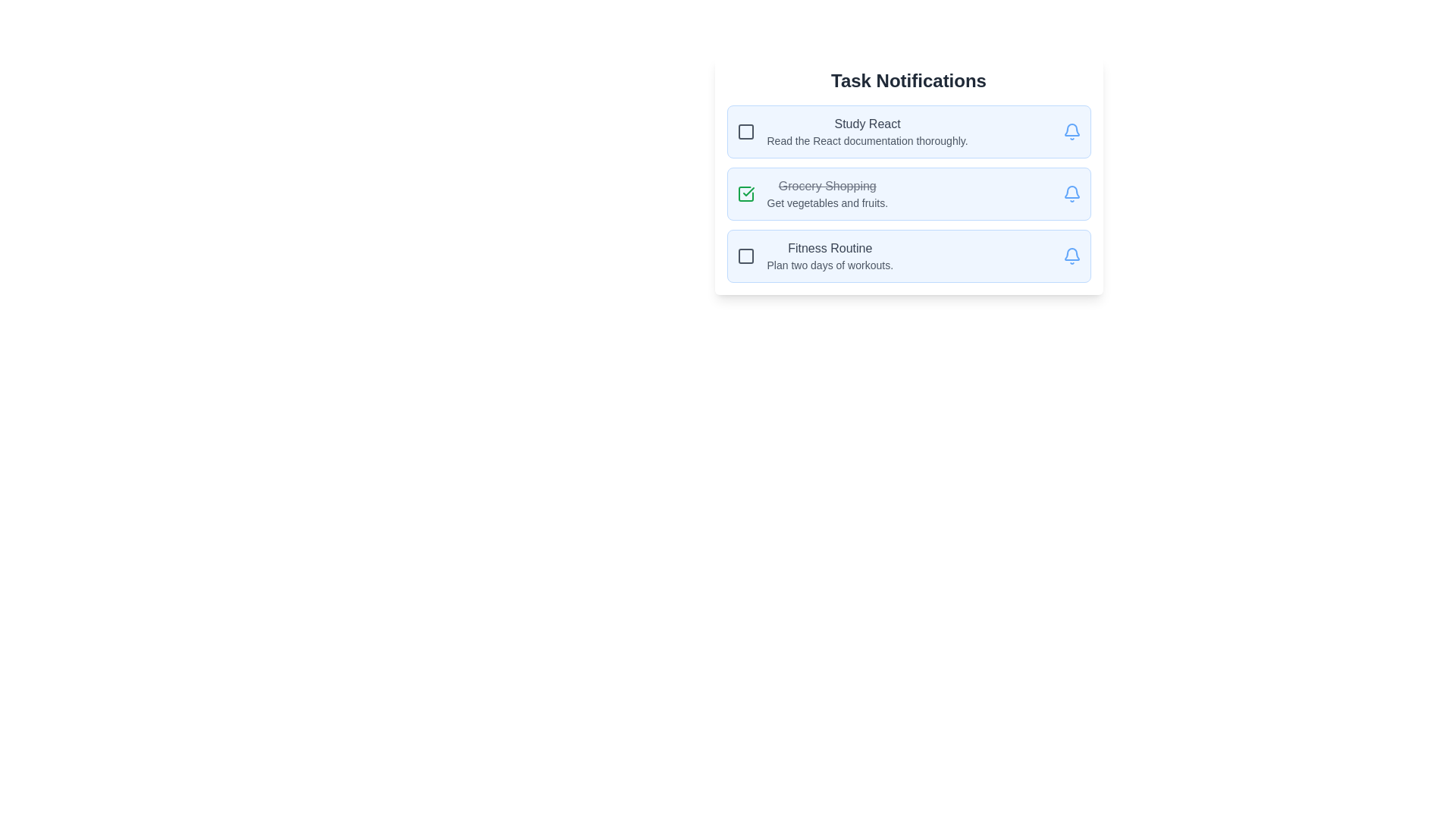 The height and width of the screenshot is (819, 1456). I want to click on the checkbox to the left of the 'Grocery Shopping' task, so click(745, 193).